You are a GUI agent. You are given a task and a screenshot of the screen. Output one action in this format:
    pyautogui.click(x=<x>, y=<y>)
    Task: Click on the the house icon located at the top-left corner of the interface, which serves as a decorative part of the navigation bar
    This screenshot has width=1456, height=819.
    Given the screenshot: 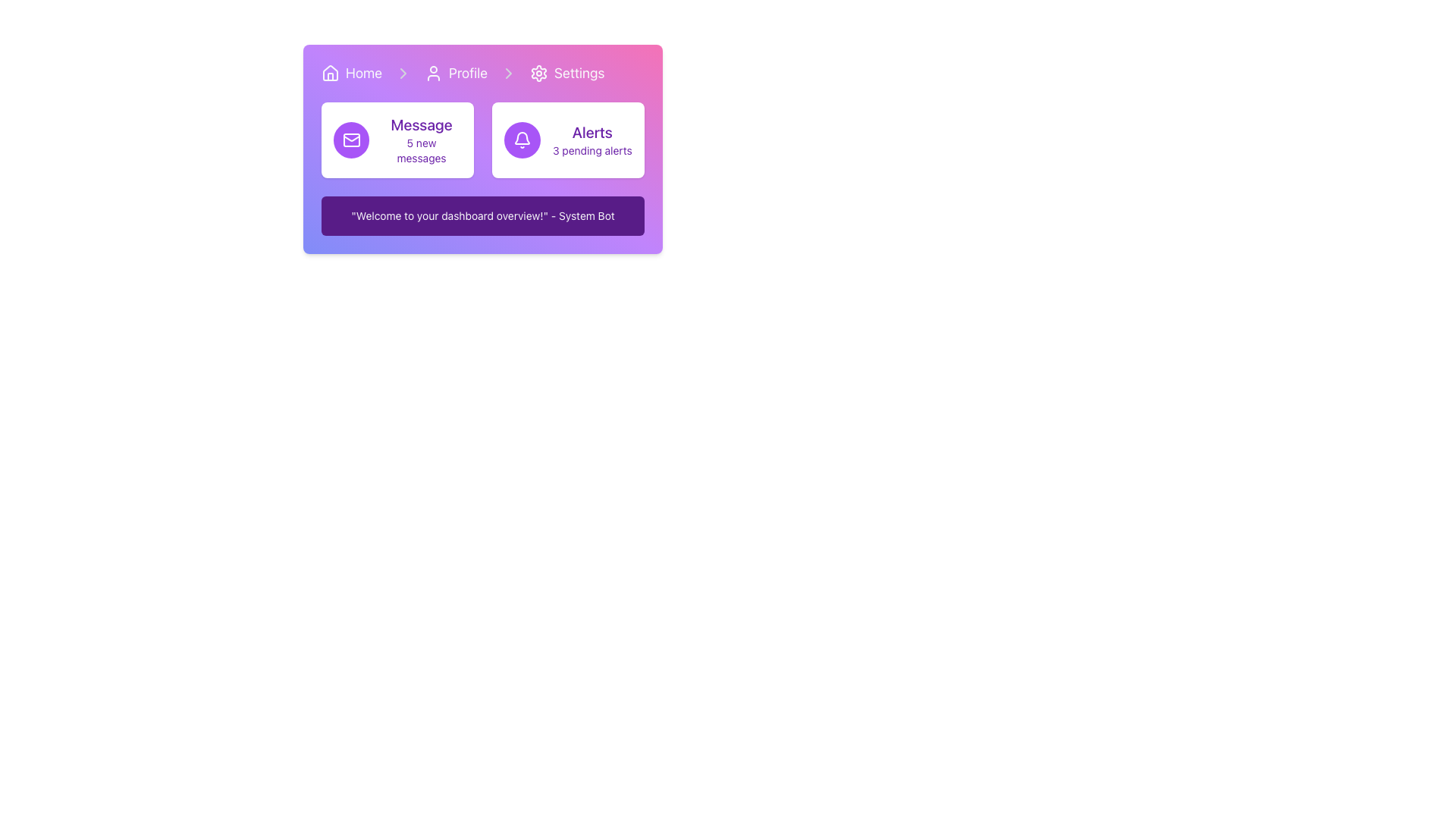 What is the action you would take?
    pyautogui.click(x=330, y=77)
    